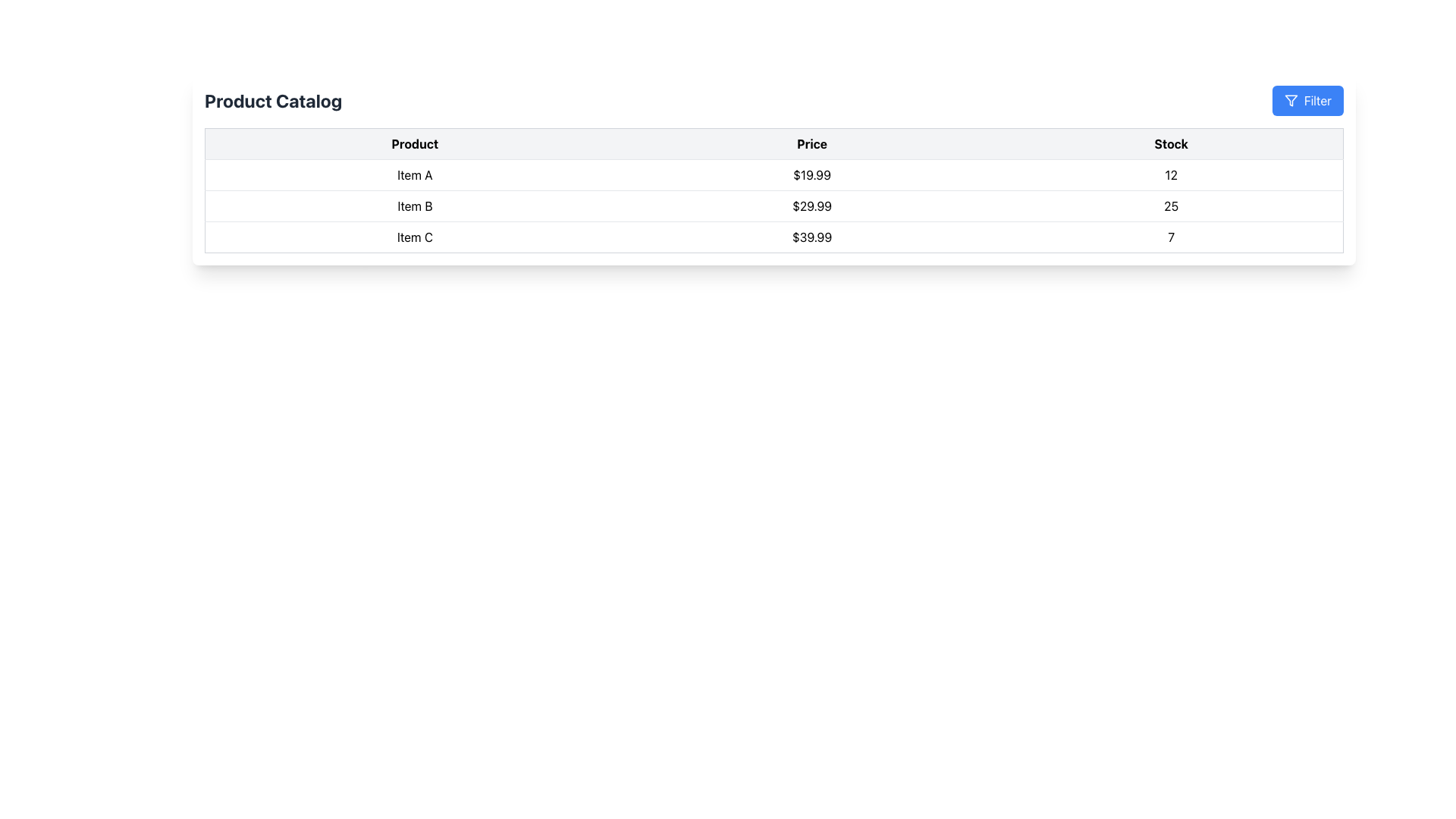 The height and width of the screenshot is (819, 1456). What do you see at coordinates (811, 237) in the screenshot?
I see `the Text Display element showing the price '$39.99' in the 'Price' column, which is located next to 'Item C' and before the value '7'` at bounding box center [811, 237].